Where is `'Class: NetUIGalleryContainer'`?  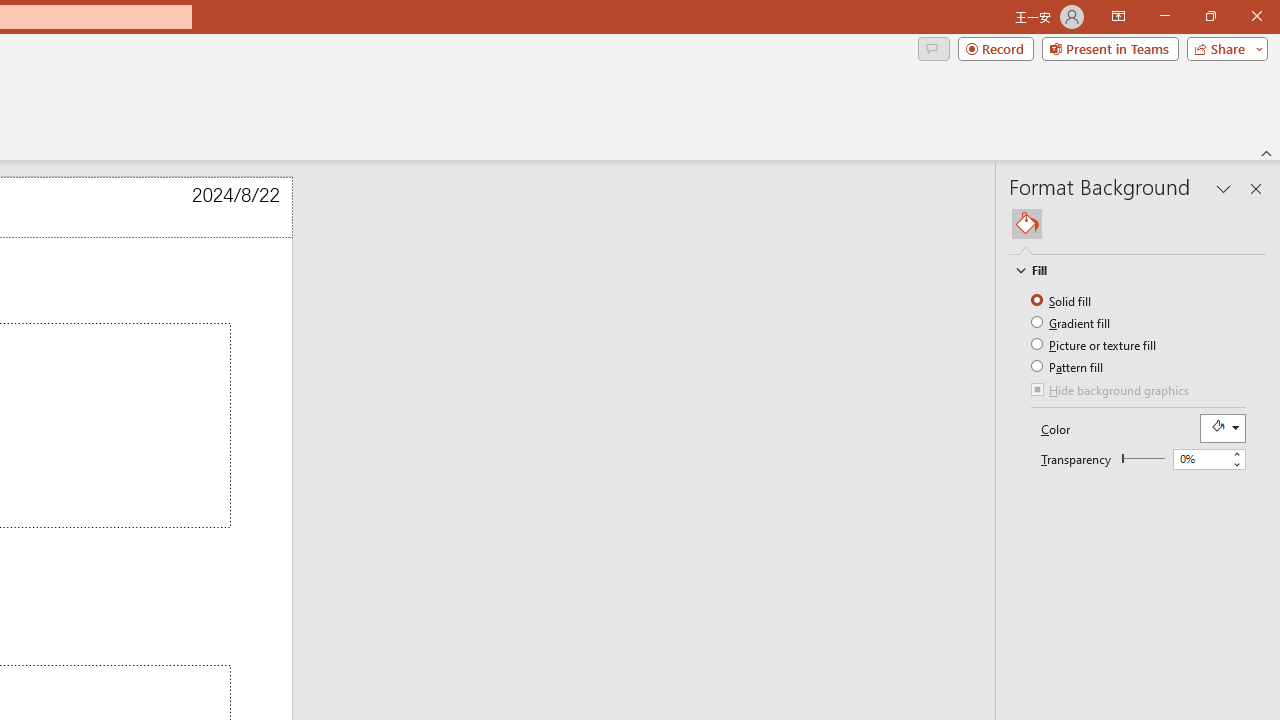 'Class: NetUIGalleryContainer' is located at coordinates (1138, 223).